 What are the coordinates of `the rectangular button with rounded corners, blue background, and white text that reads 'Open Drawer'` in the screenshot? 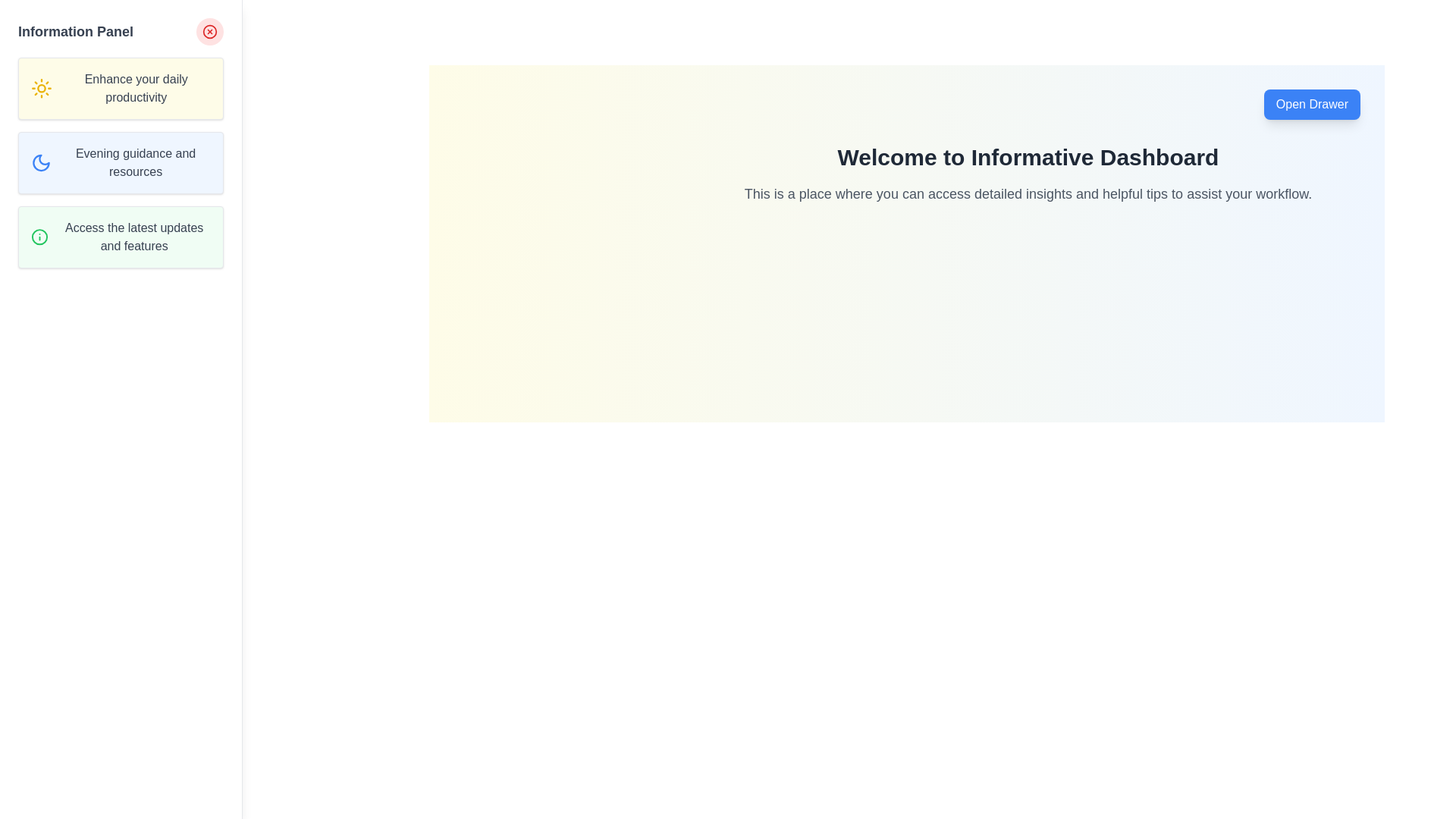 It's located at (1311, 104).